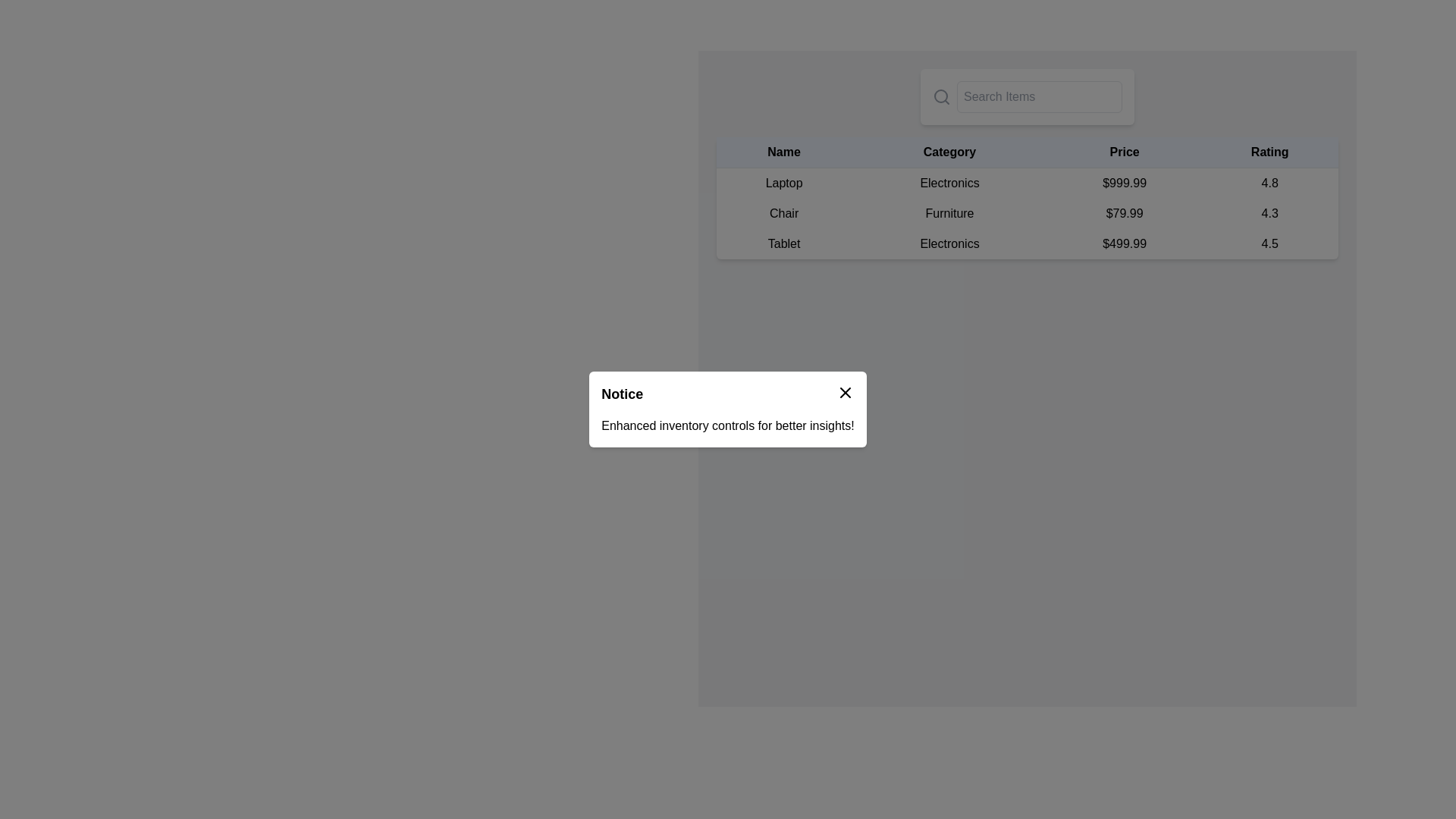  I want to click on the decorative circle element within the SVG graphic that represents the inner circle of the magnifying glass icon located at the top-right corner of the interface, so click(940, 96).